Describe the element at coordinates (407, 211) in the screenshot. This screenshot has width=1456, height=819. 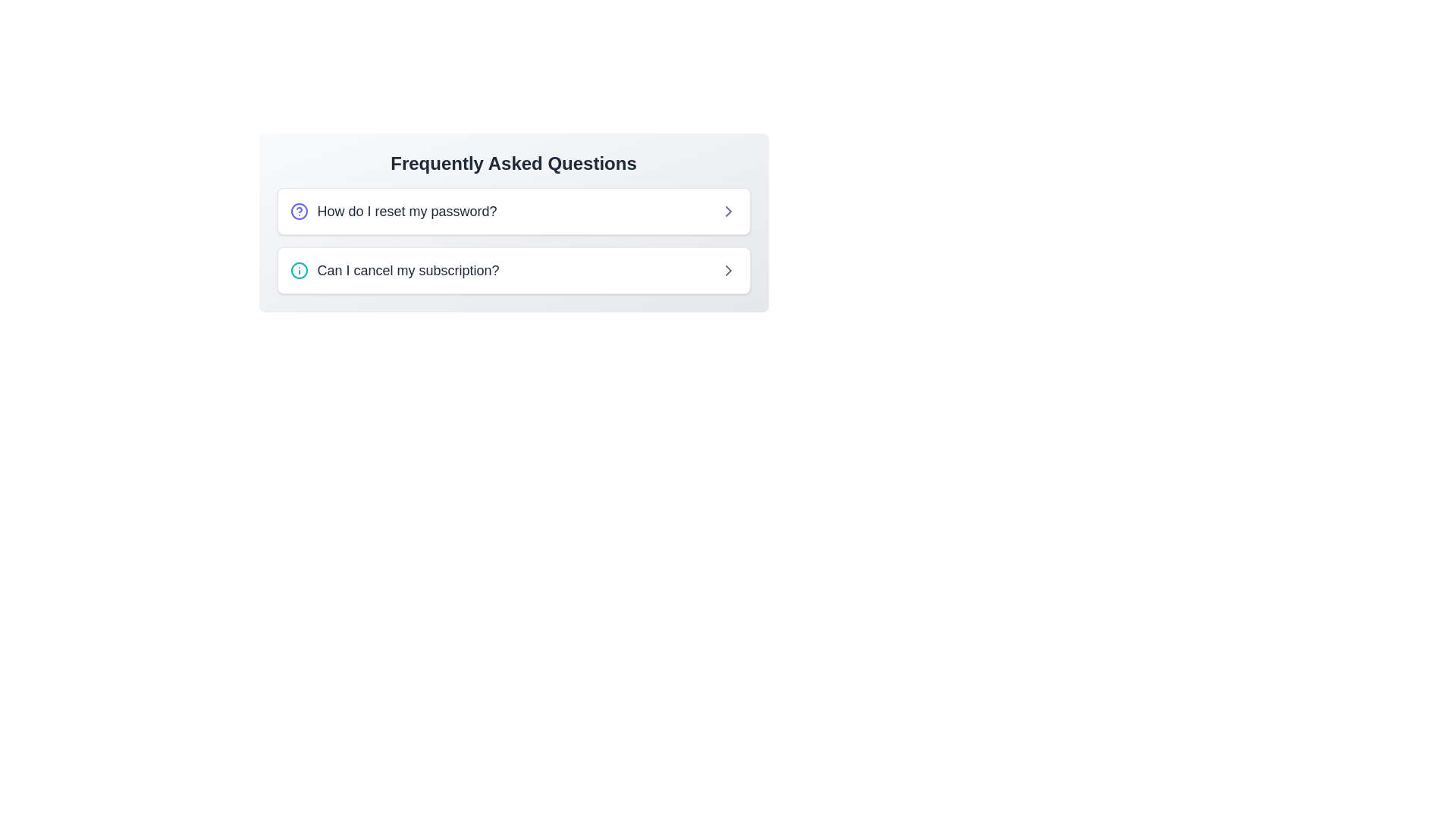
I see `the text label reading 'How do I reset my password?'` at that location.